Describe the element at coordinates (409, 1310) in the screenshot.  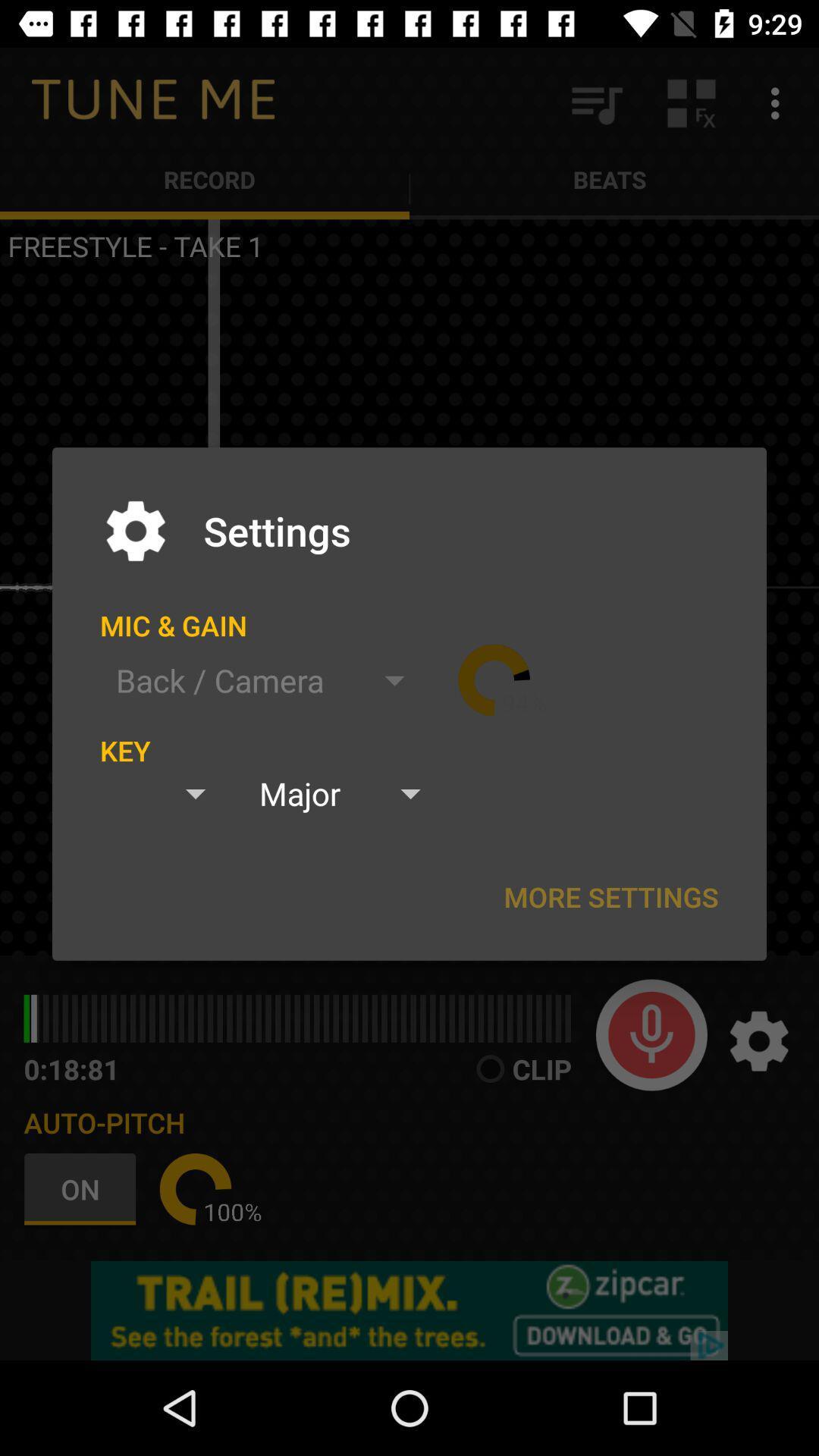
I see `item below the on icon` at that location.